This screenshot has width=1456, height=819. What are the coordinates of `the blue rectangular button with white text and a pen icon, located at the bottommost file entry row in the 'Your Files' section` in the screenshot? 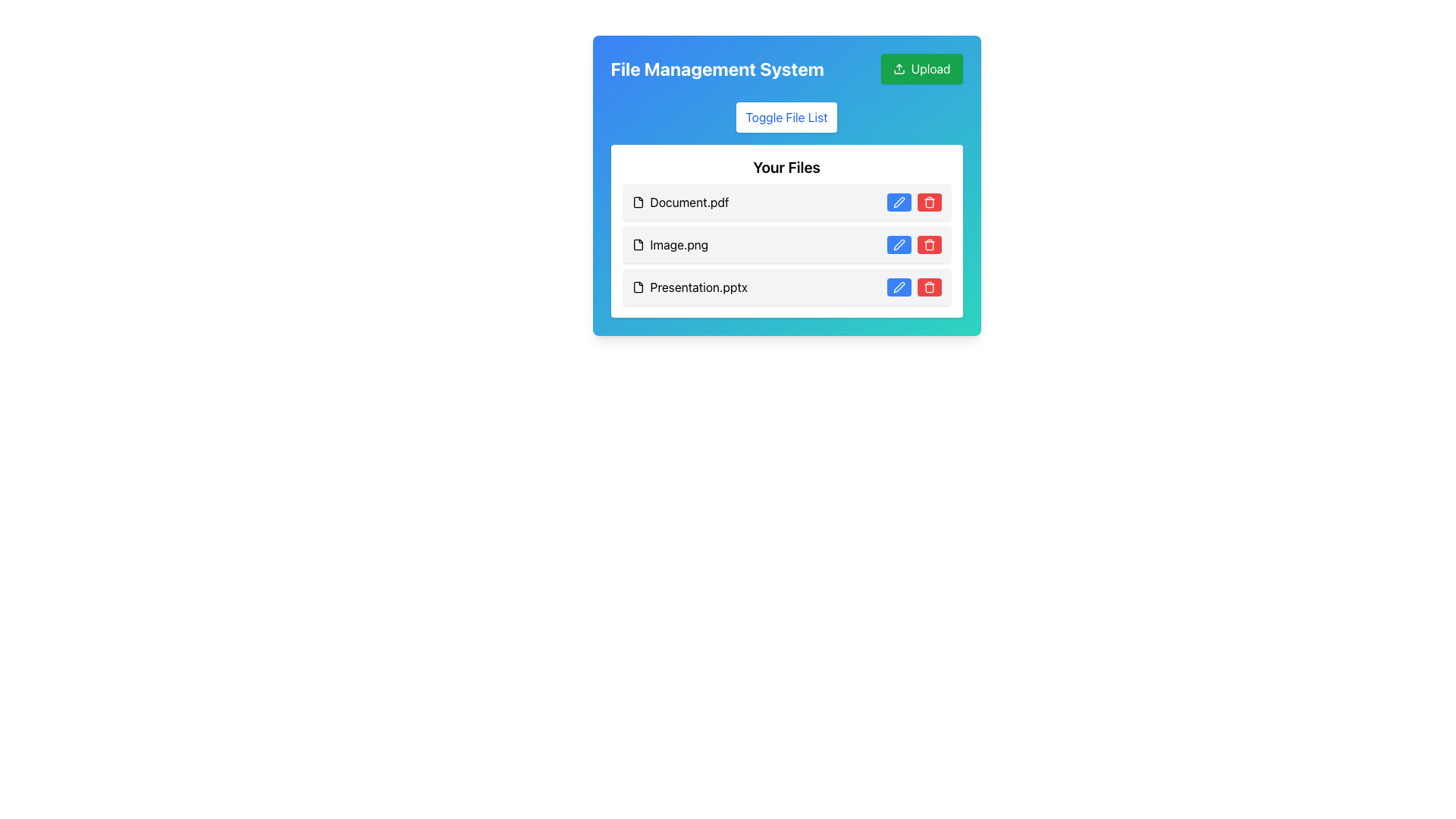 It's located at (899, 287).